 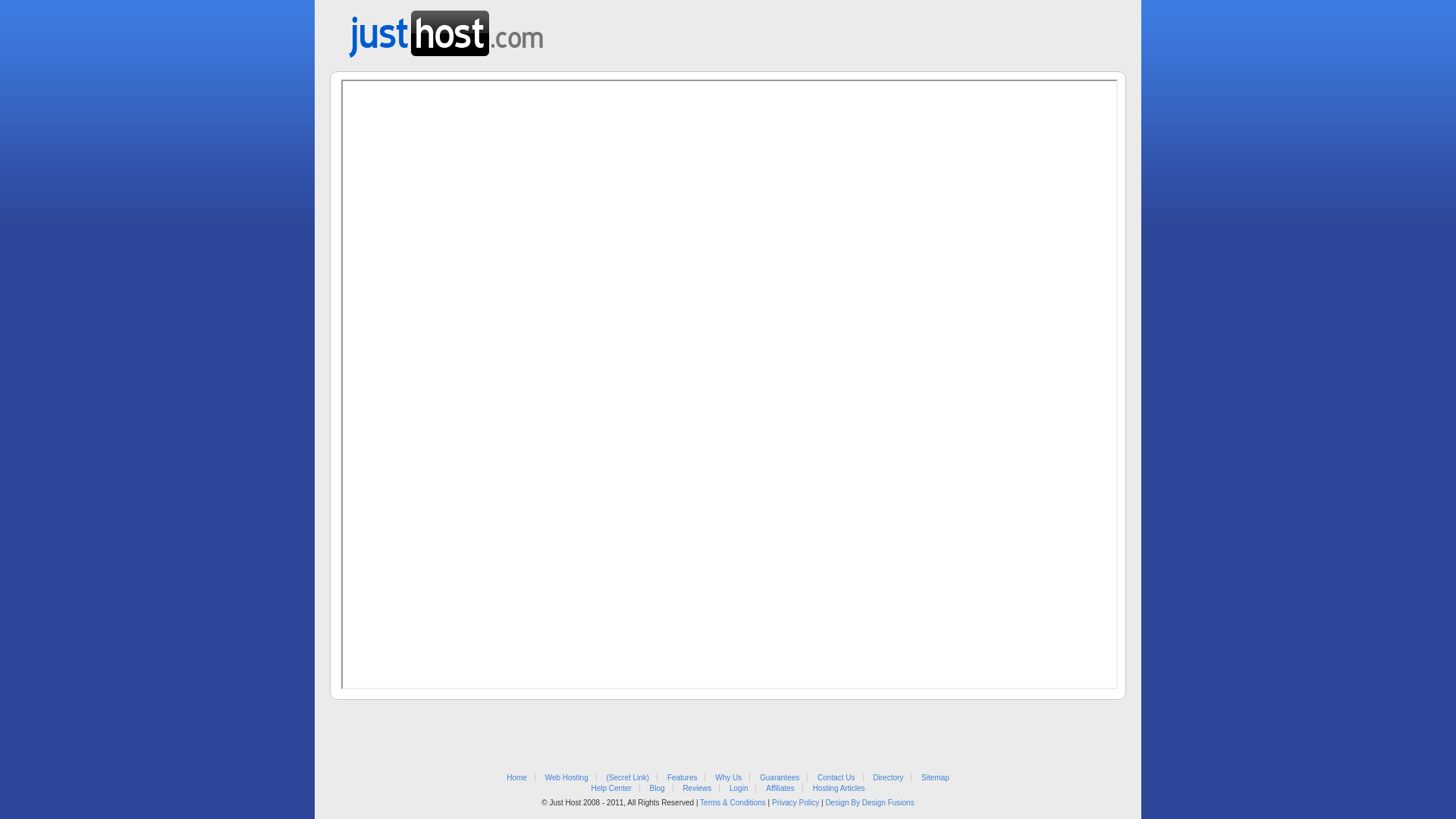 I want to click on 'Home', so click(x=516, y=777).